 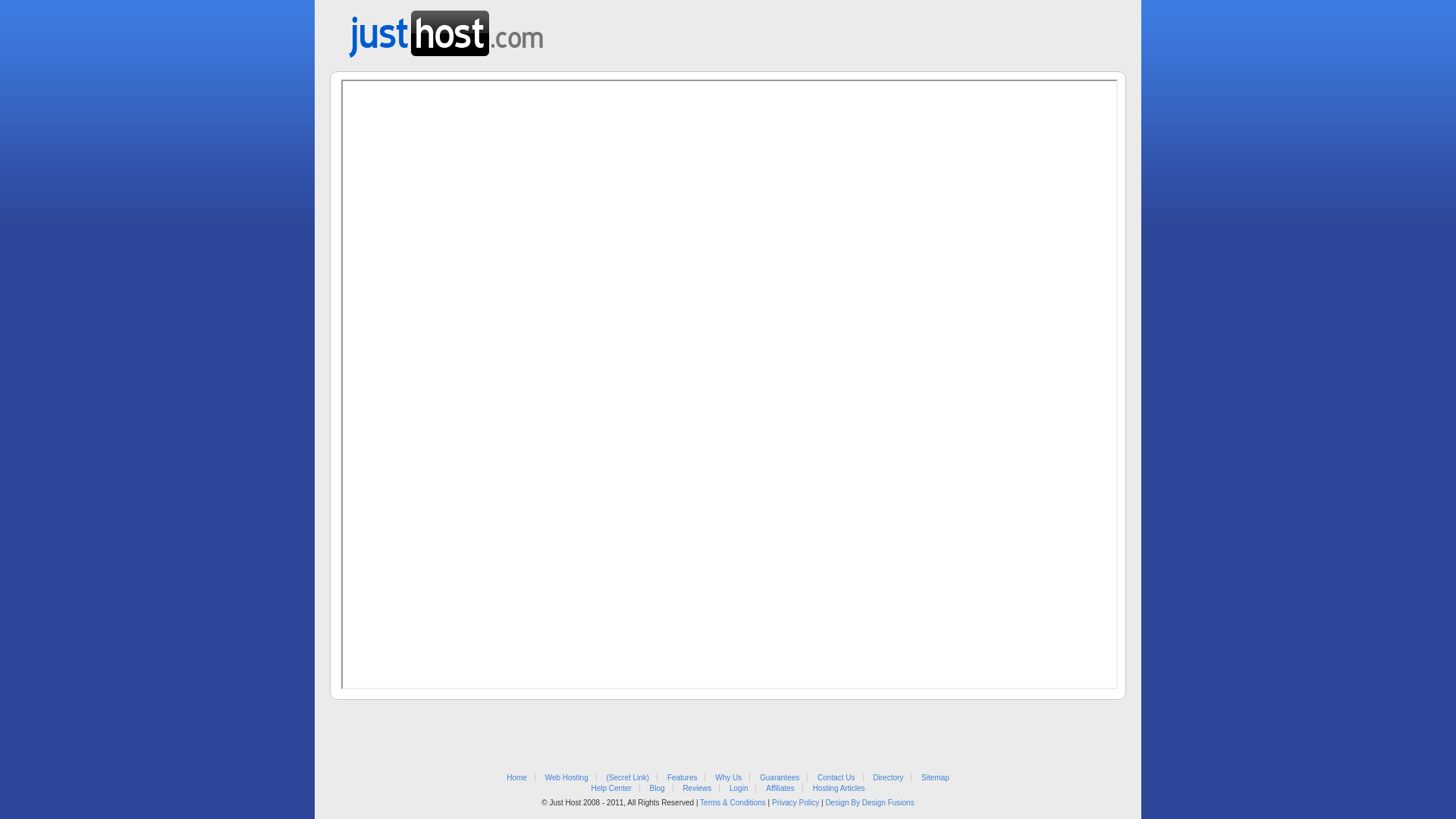 I want to click on 'Home', so click(x=516, y=777).